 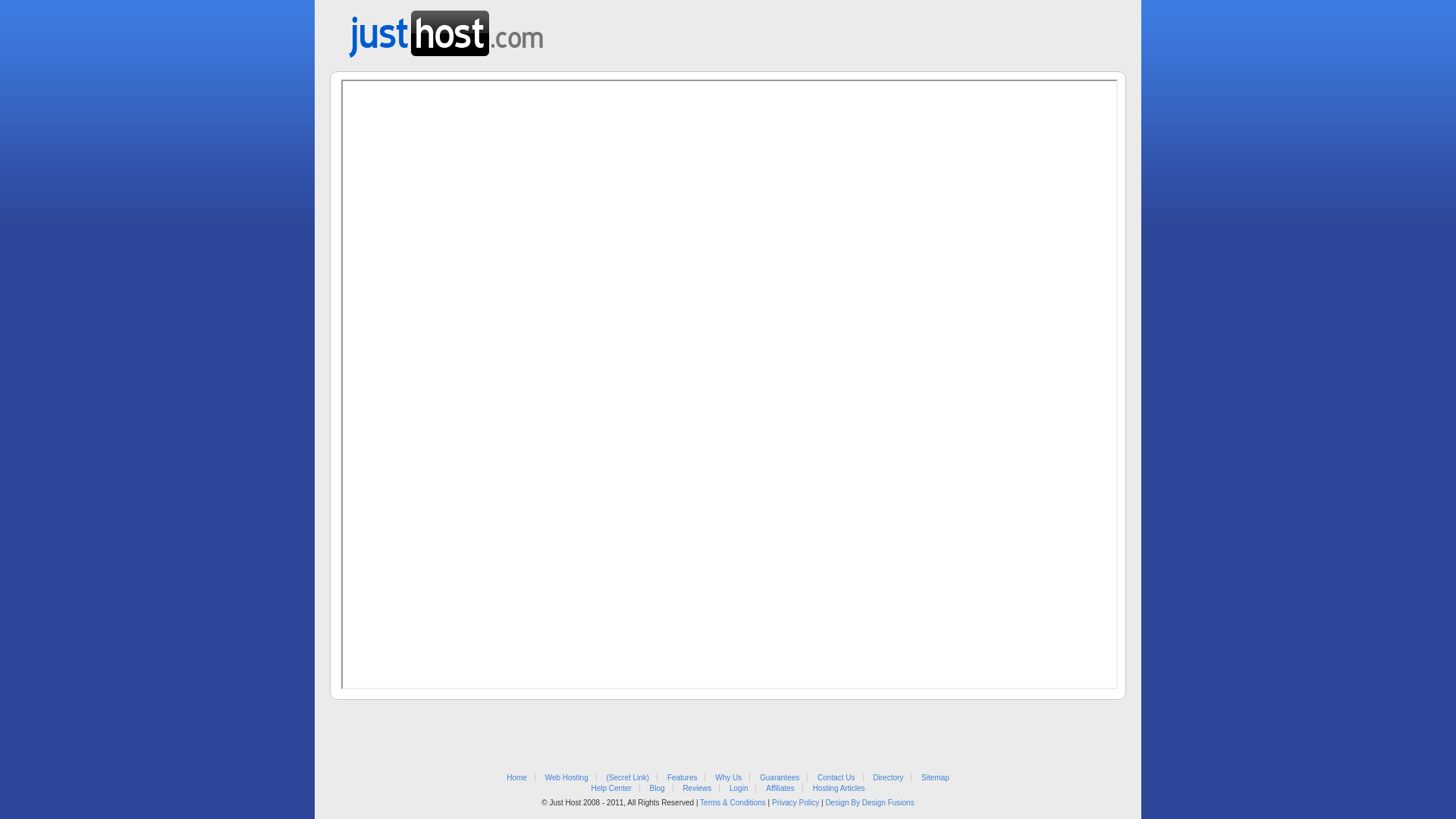 I want to click on 'Home', so click(x=516, y=777).